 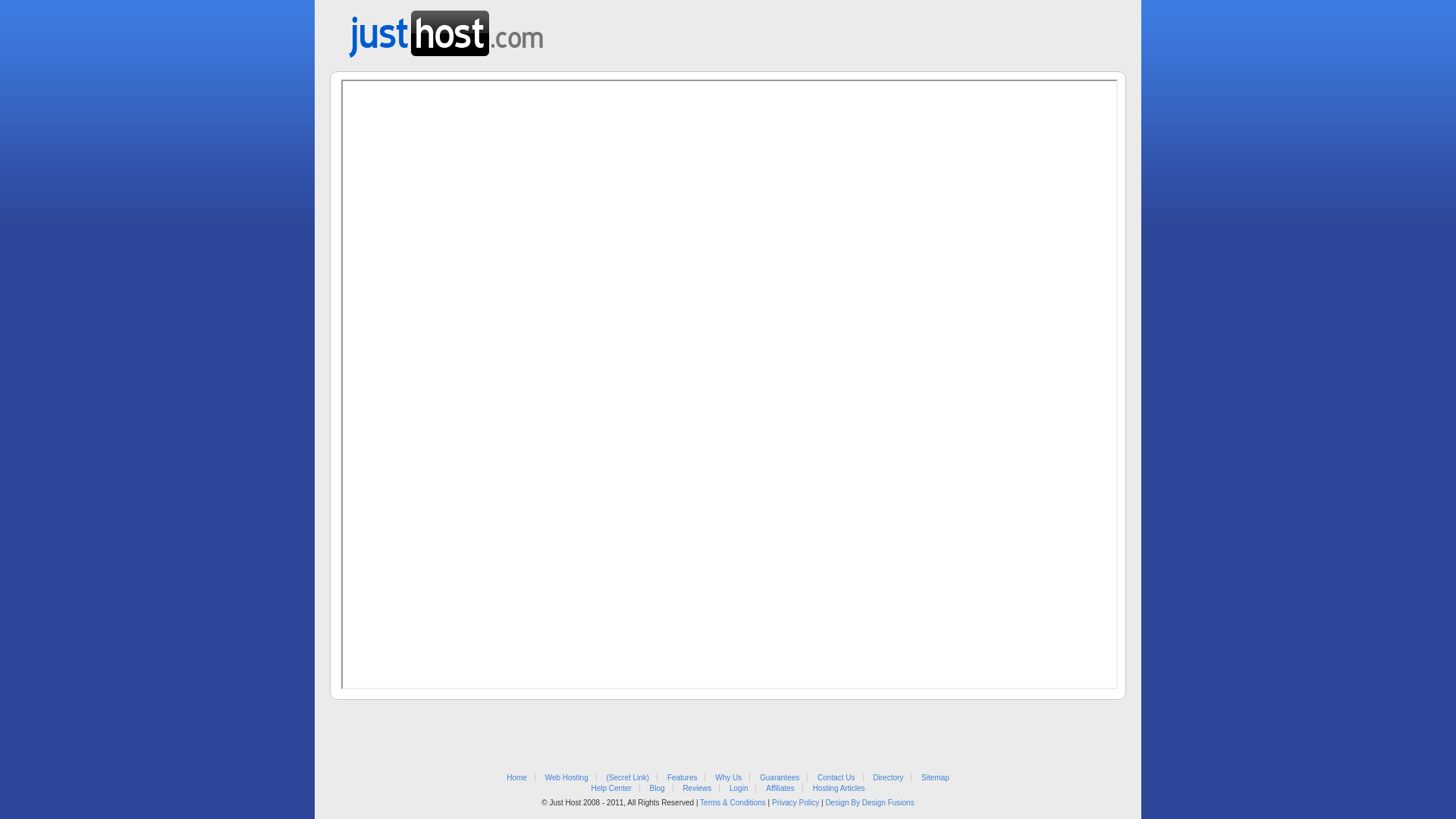 I want to click on 'Home', so click(x=516, y=777).